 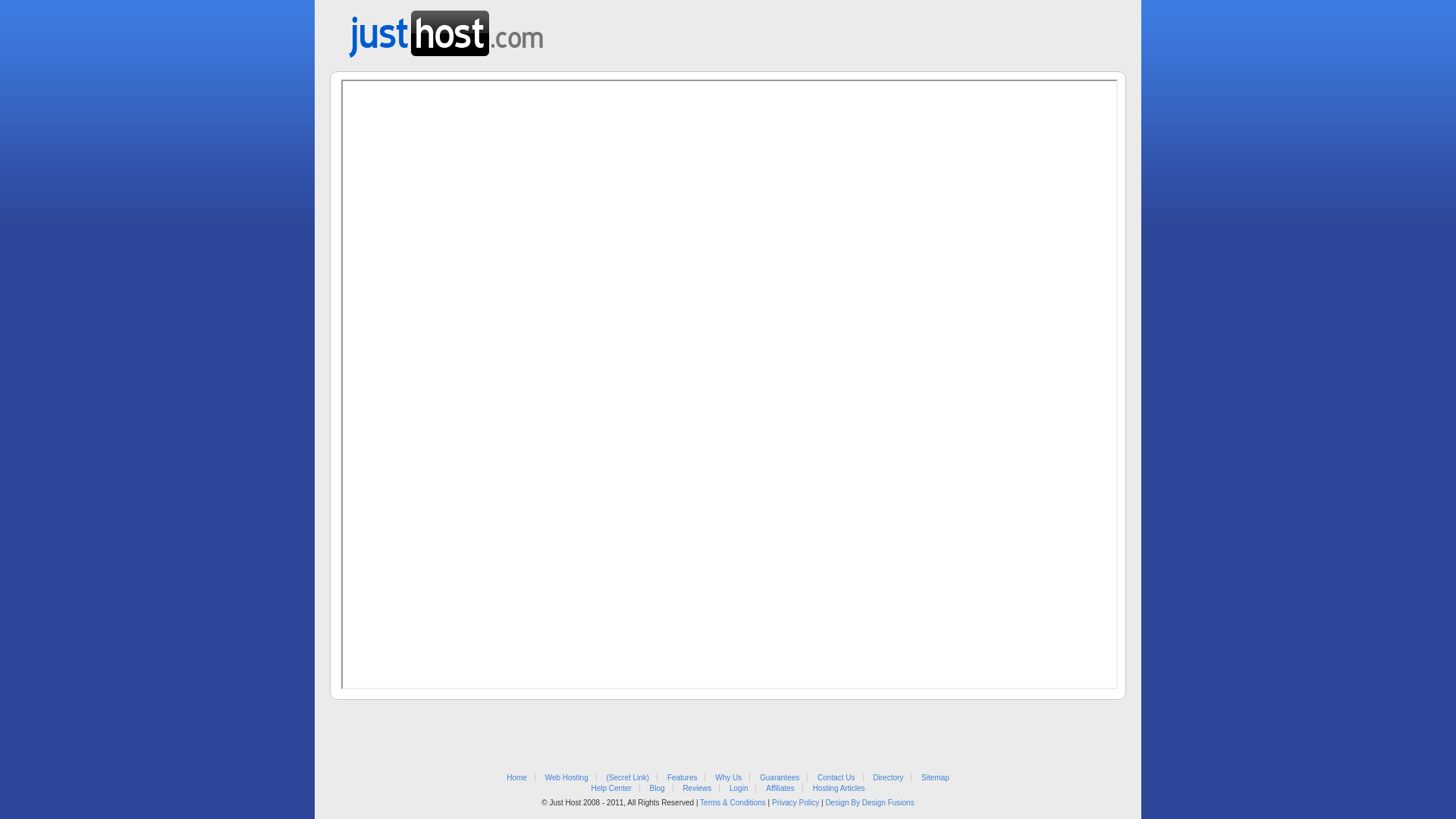 I want to click on 'Home', so click(x=516, y=777).